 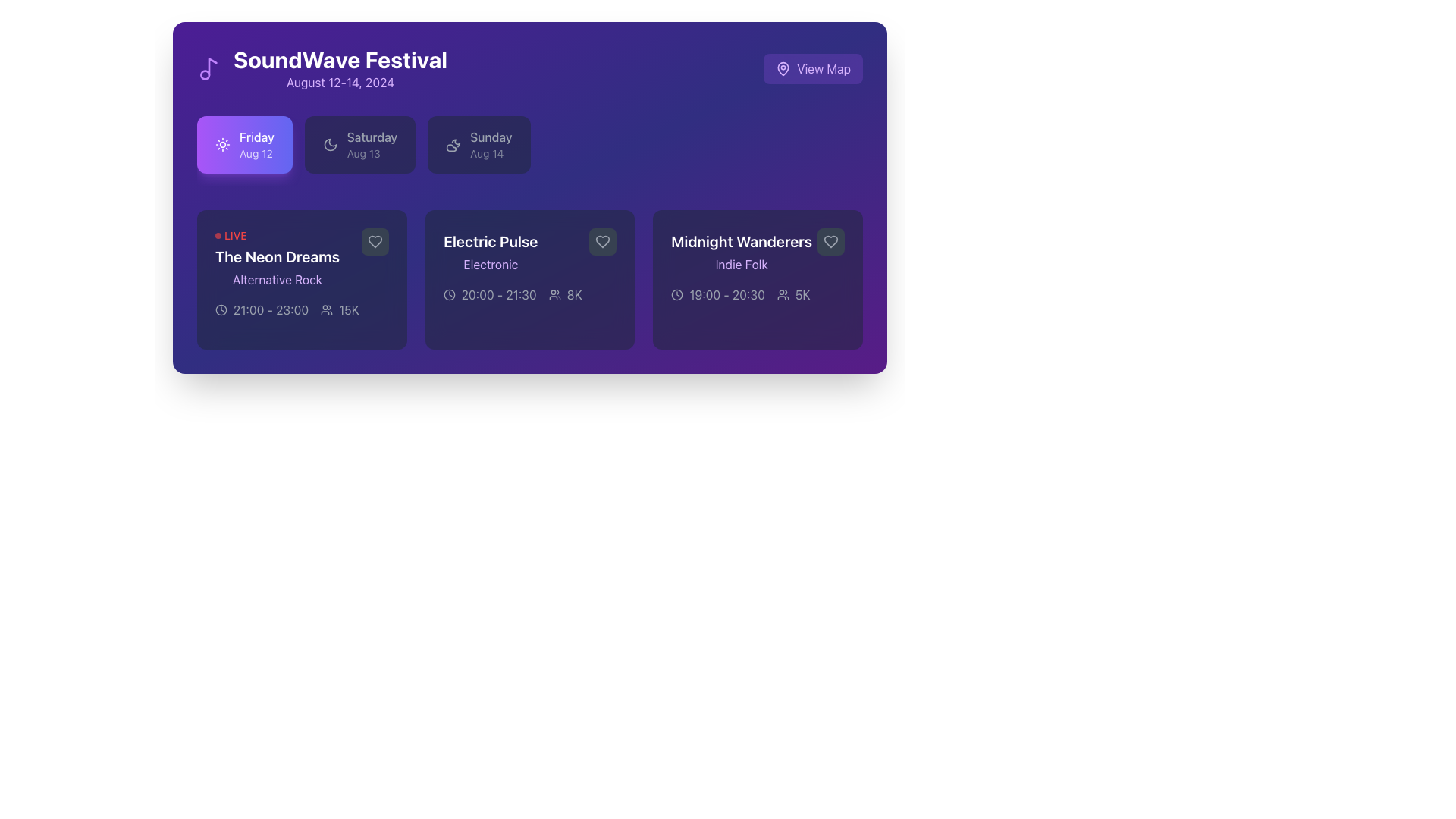 I want to click on the heart-shaped icon located at the top-right corner of the 'Electric Pulse' event card to mark or unmark it as a favorite, so click(x=602, y=241).